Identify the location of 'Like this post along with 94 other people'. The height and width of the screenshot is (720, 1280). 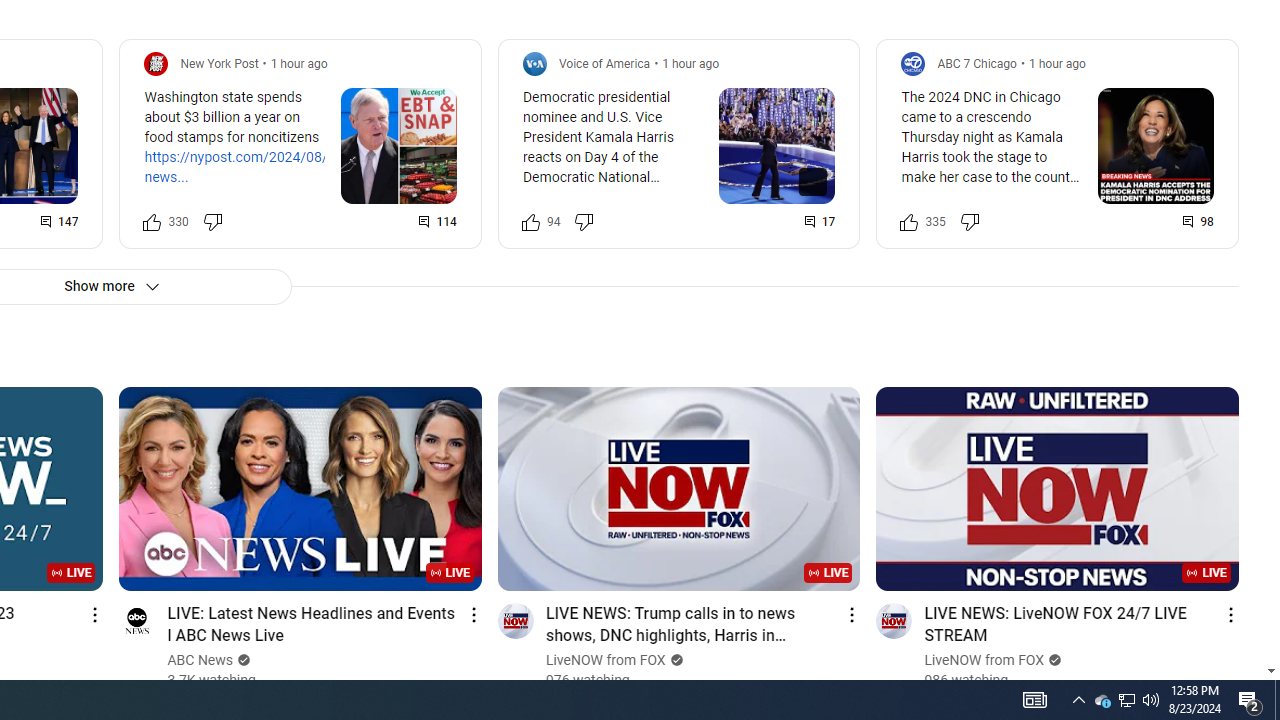
(530, 221).